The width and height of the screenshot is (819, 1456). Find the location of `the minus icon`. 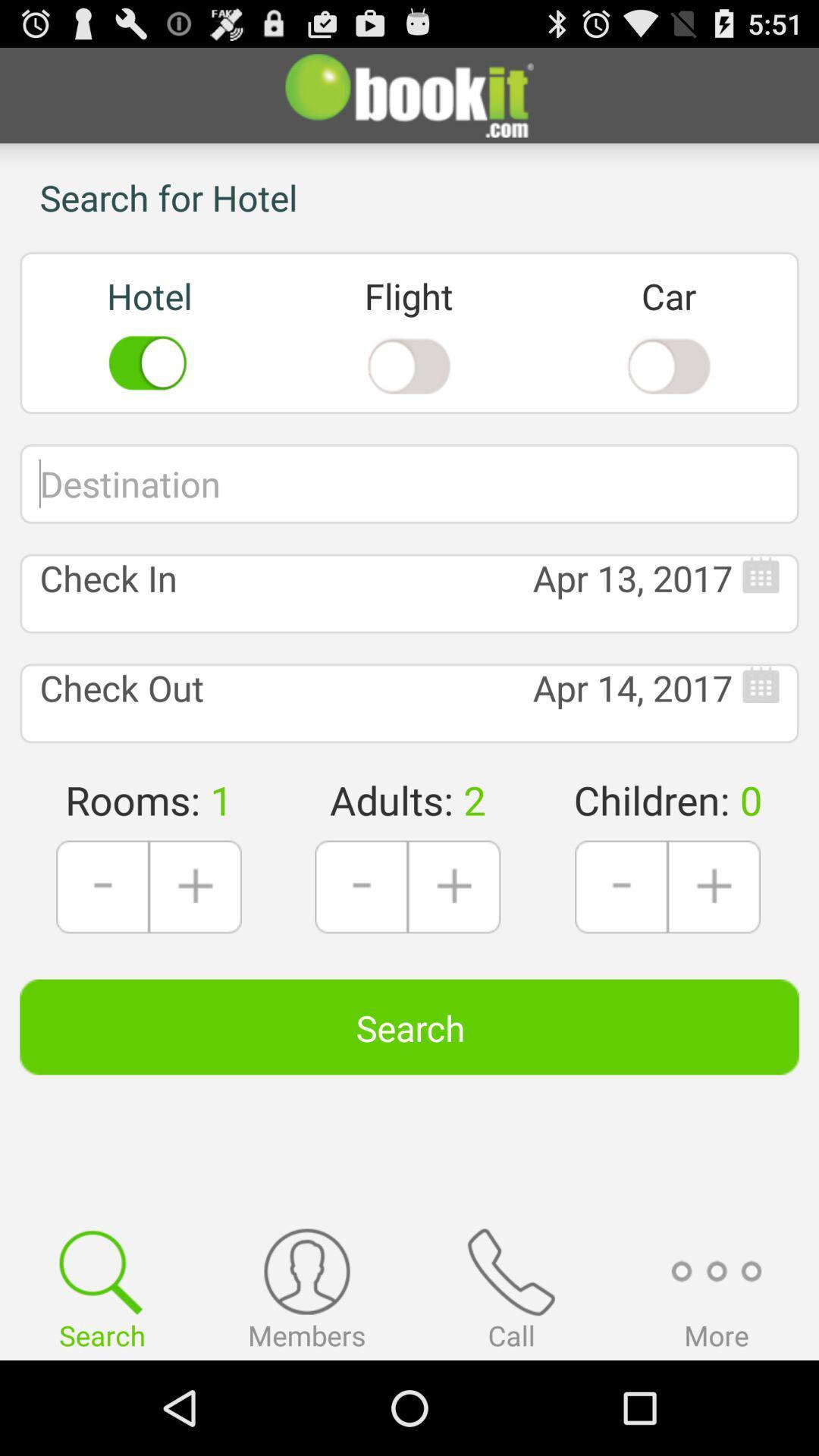

the minus icon is located at coordinates (621, 948).